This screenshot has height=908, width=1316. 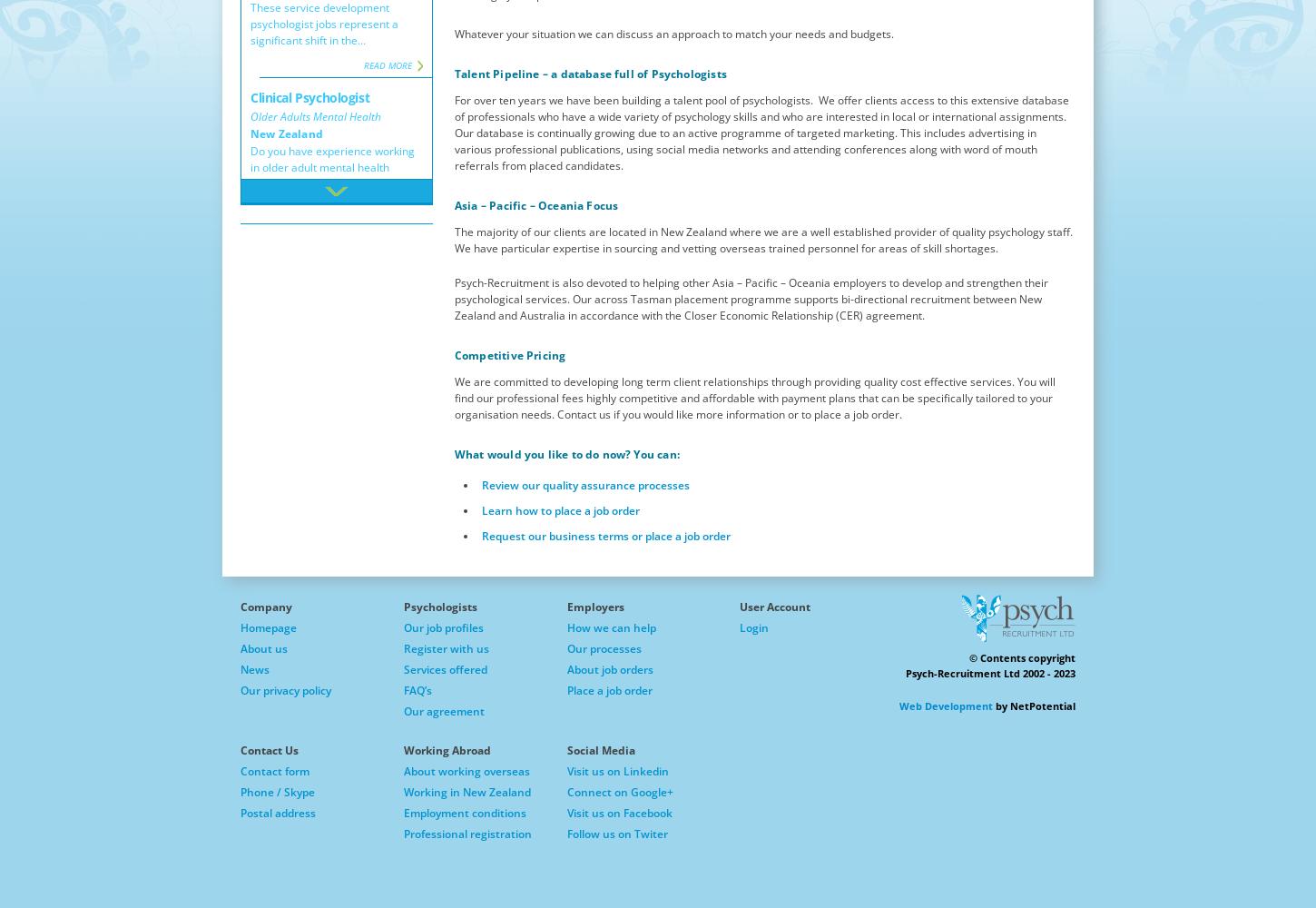 What do you see at coordinates (417, 690) in the screenshot?
I see `'FAQ’s'` at bounding box center [417, 690].